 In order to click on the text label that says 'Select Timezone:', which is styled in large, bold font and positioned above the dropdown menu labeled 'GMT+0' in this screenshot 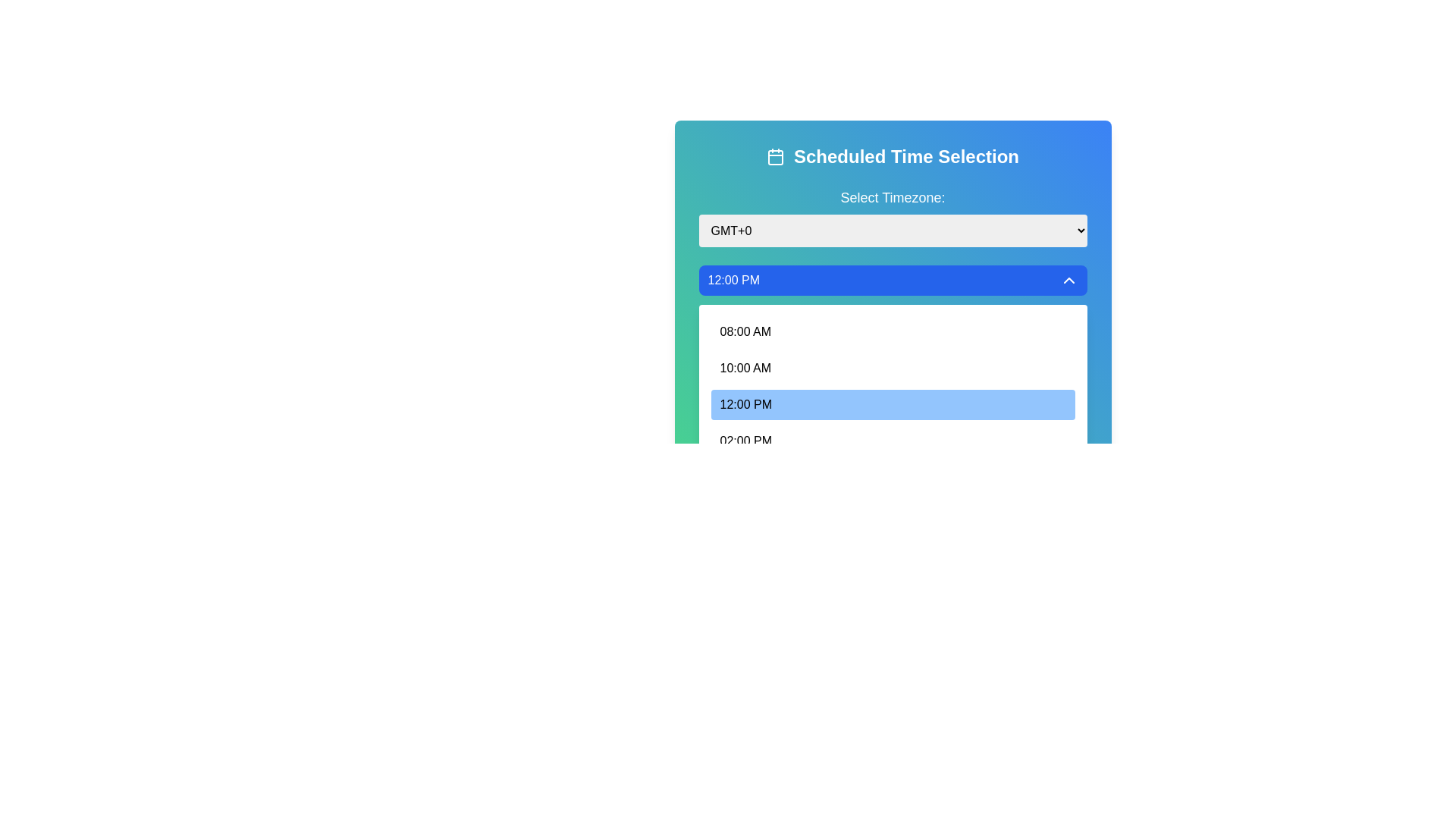, I will do `click(893, 197)`.